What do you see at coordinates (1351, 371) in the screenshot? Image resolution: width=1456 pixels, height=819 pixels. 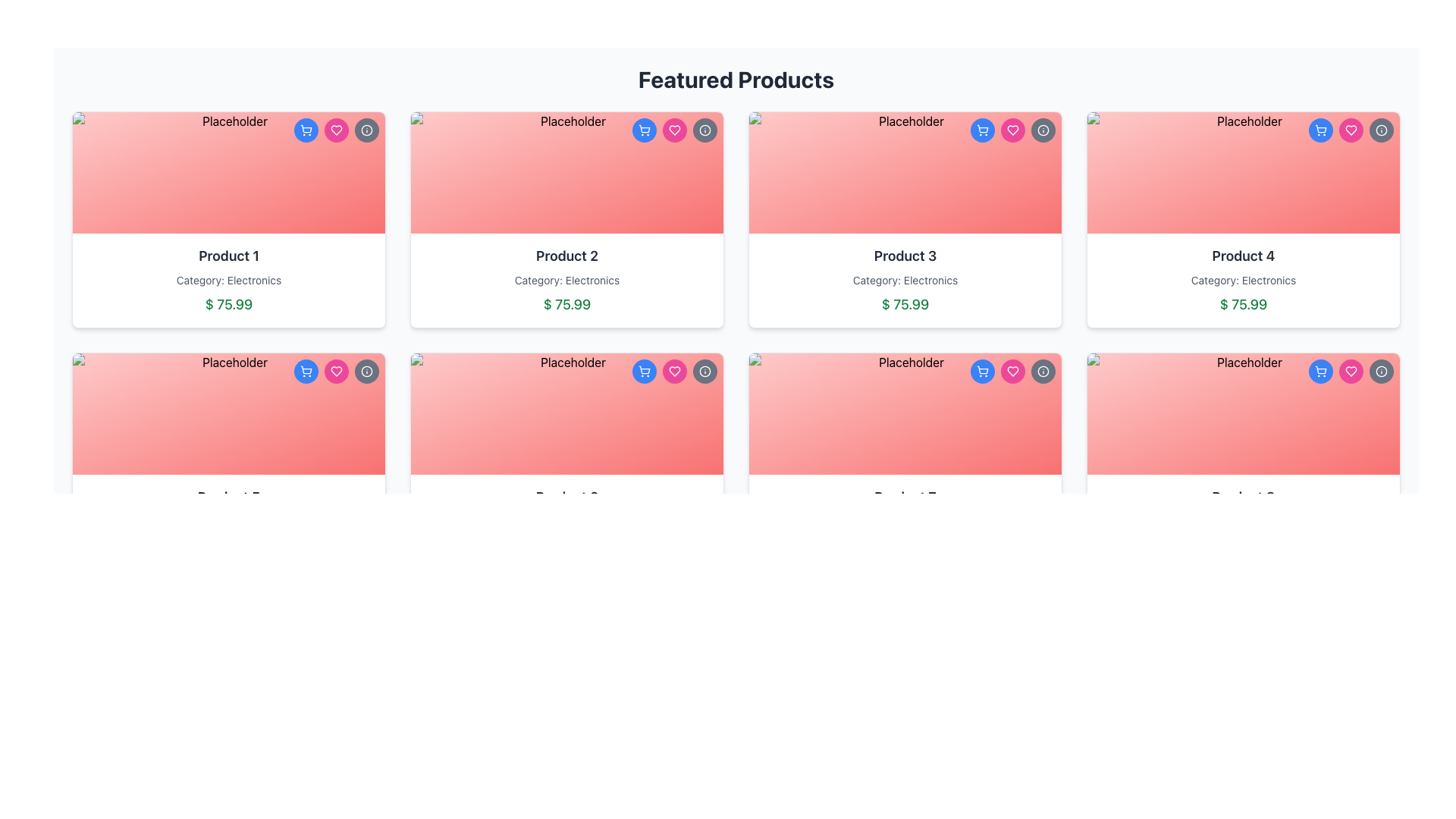 I see `the heart-shaped icon within the pink circular button located at the top-right corner of 'Product 4'` at bounding box center [1351, 371].